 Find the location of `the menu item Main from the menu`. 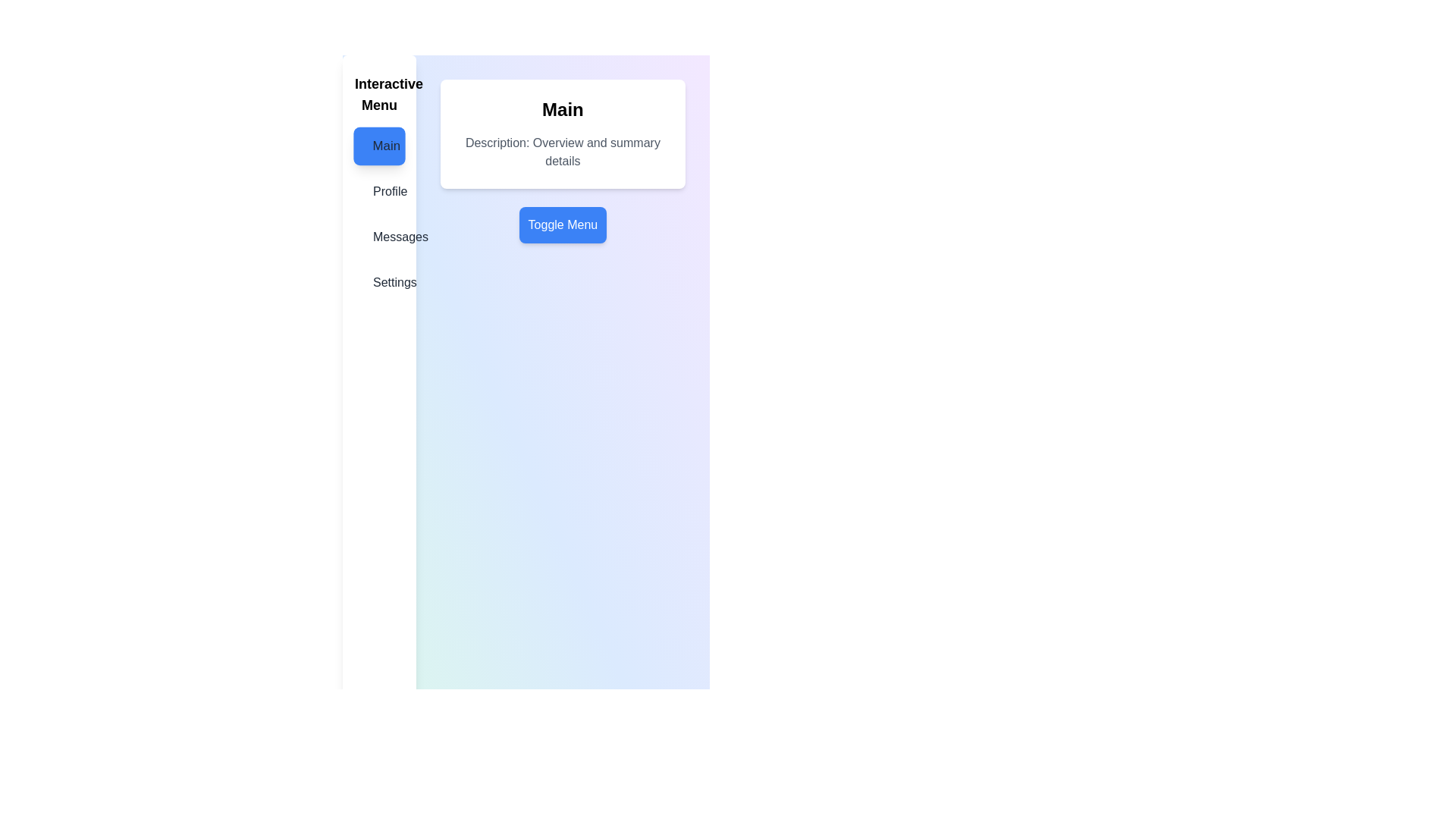

the menu item Main from the menu is located at coordinates (378, 146).